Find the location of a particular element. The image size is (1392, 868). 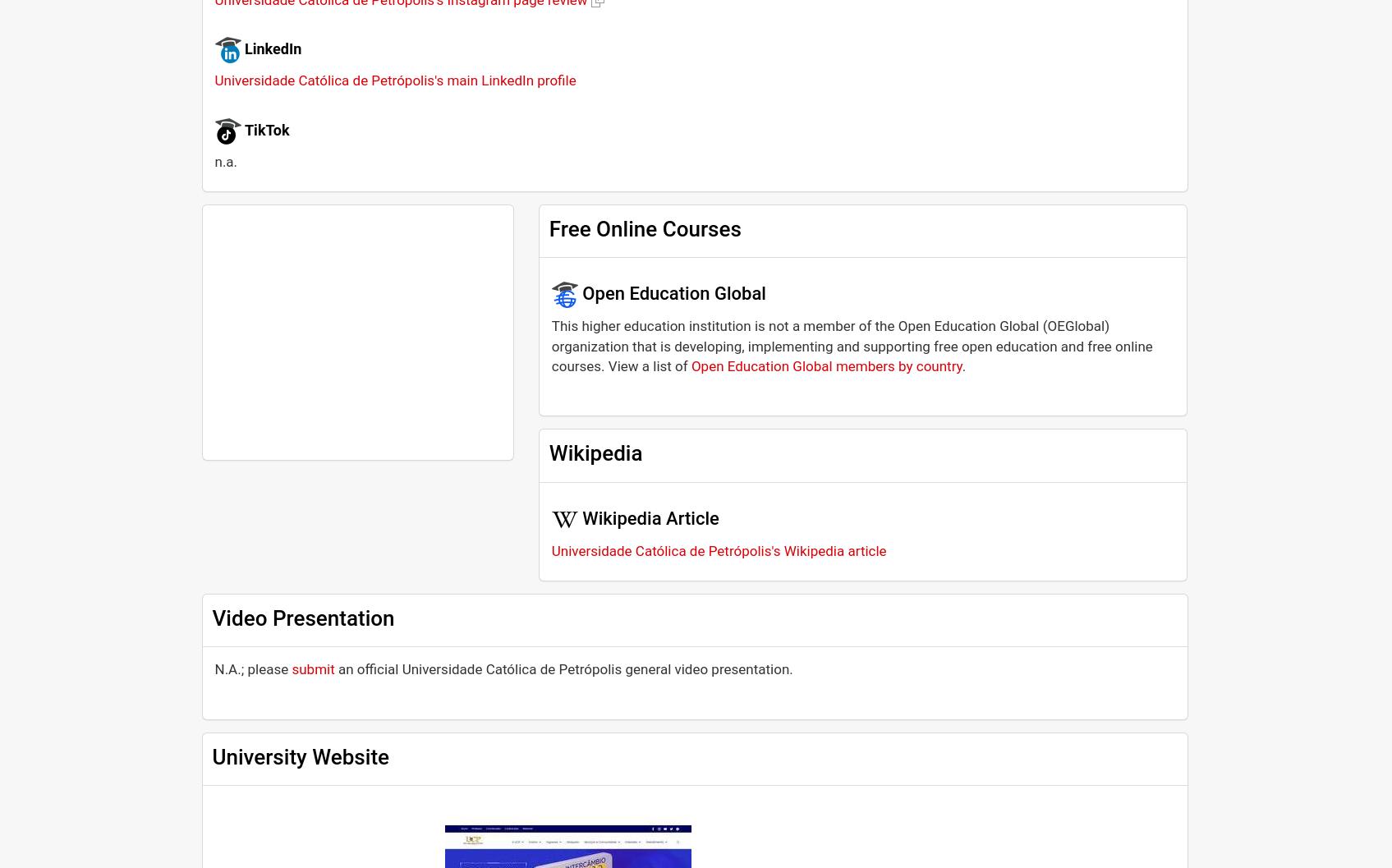

'Wikipedia Article' is located at coordinates (648, 517).